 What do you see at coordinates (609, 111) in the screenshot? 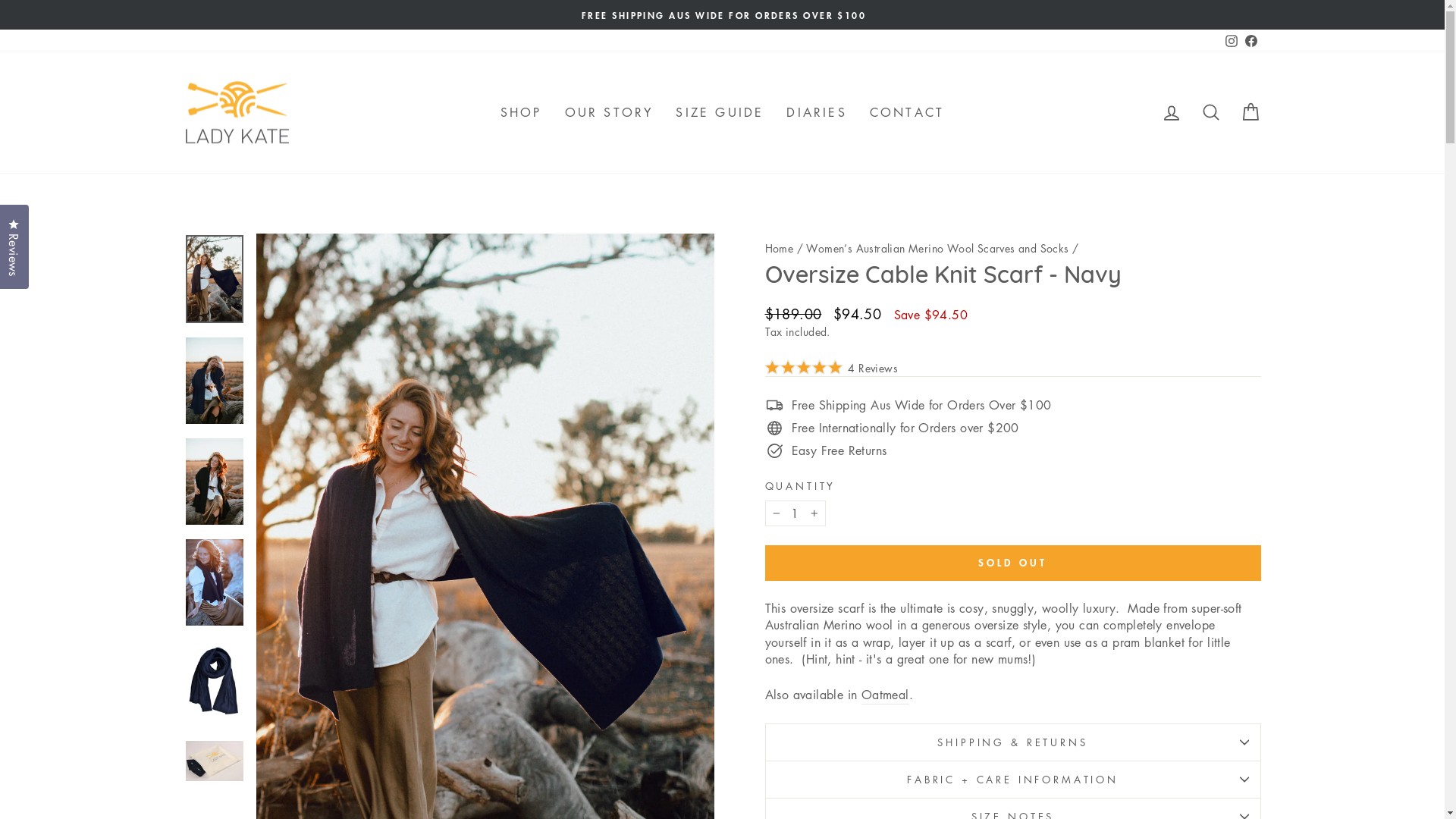
I see `'OUR STORY'` at bounding box center [609, 111].